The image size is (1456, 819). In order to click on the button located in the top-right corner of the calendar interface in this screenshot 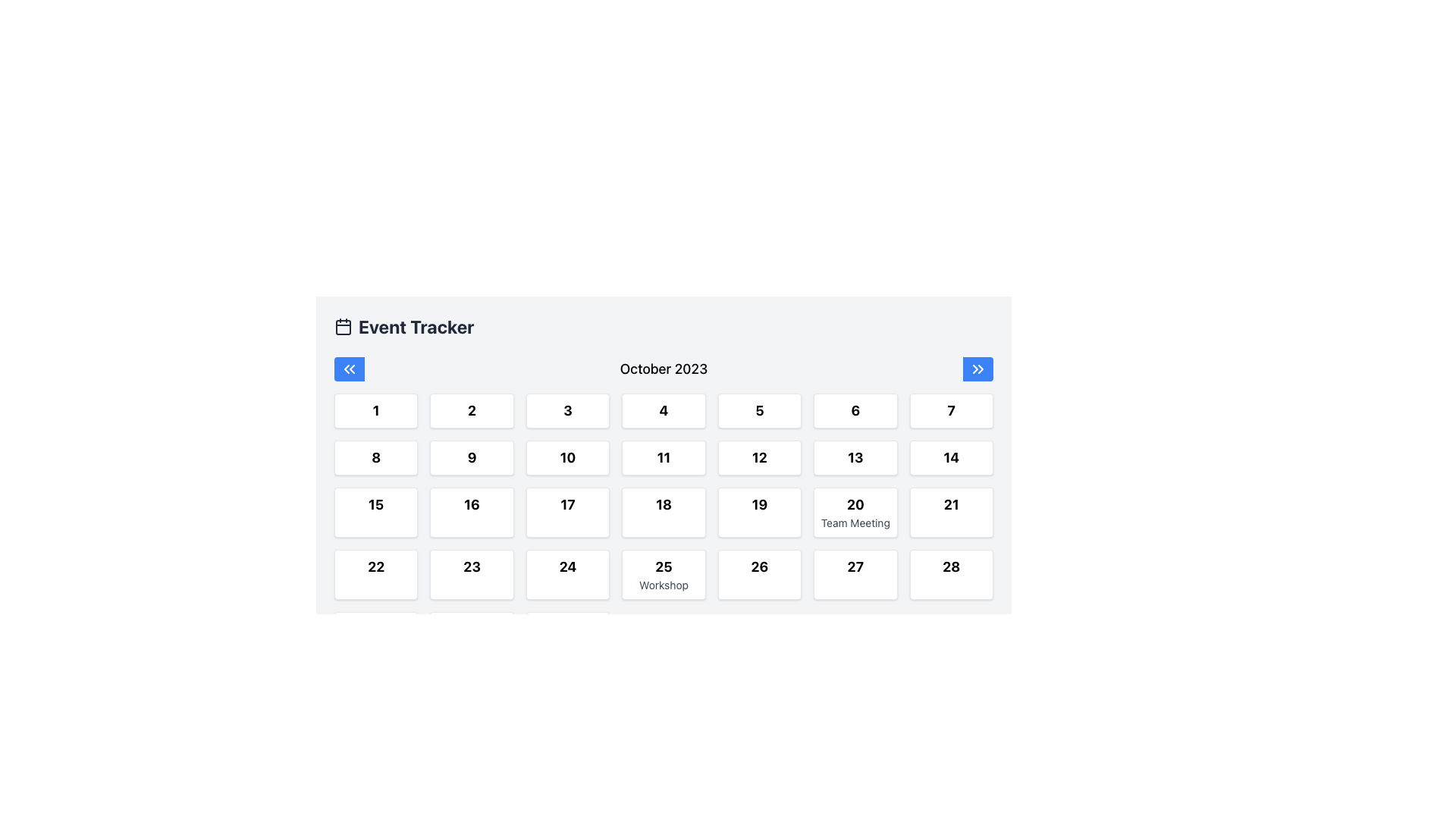, I will do `click(978, 369)`.